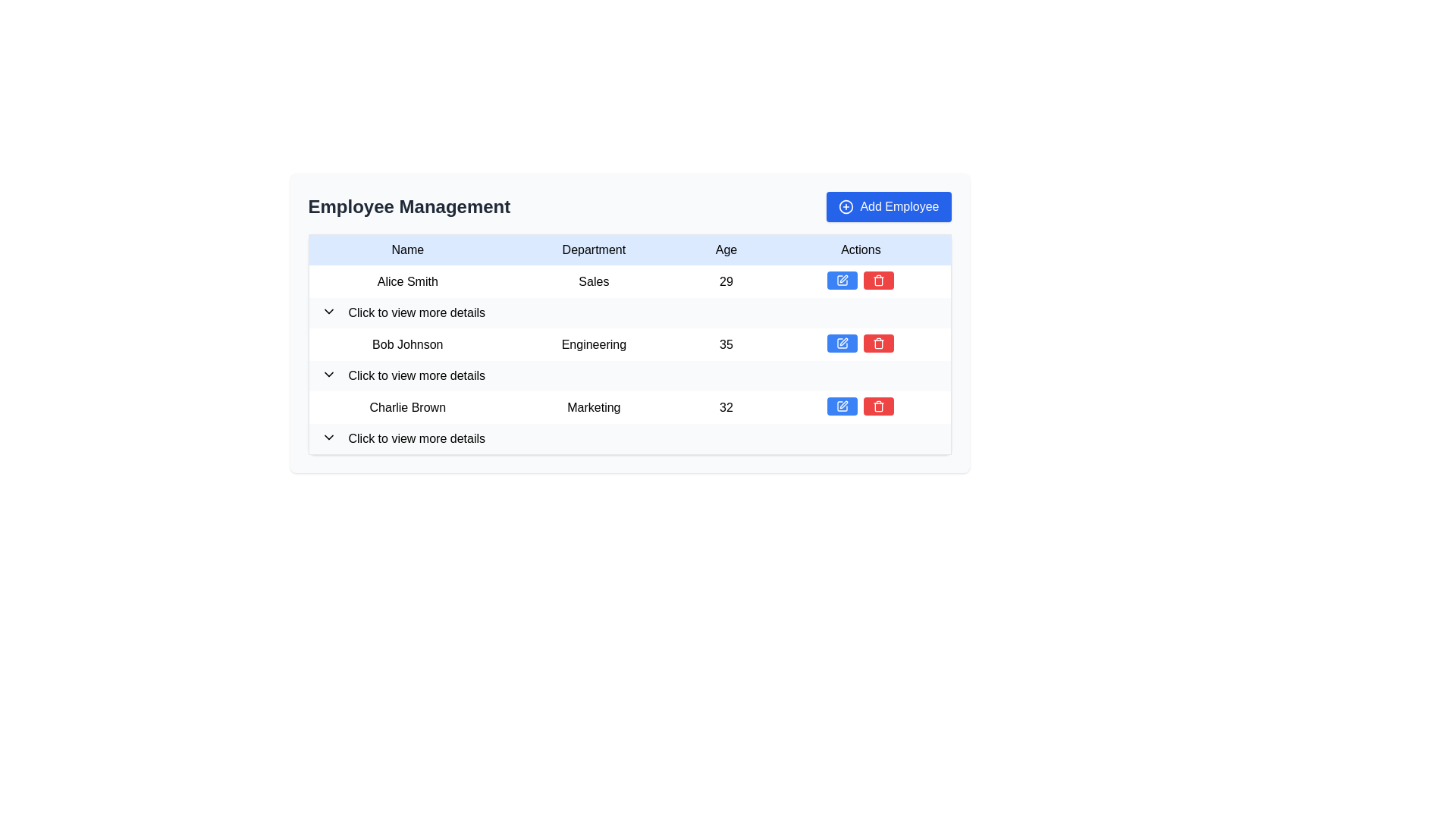 The width and height of the screenshot is (1456, 819). Describe the element at coordinates (726, 281) in the screenshot. I see `the text field displaying the number '29' in the 'Age' column for the row corresponding to 'Alice Smith'` at that location.